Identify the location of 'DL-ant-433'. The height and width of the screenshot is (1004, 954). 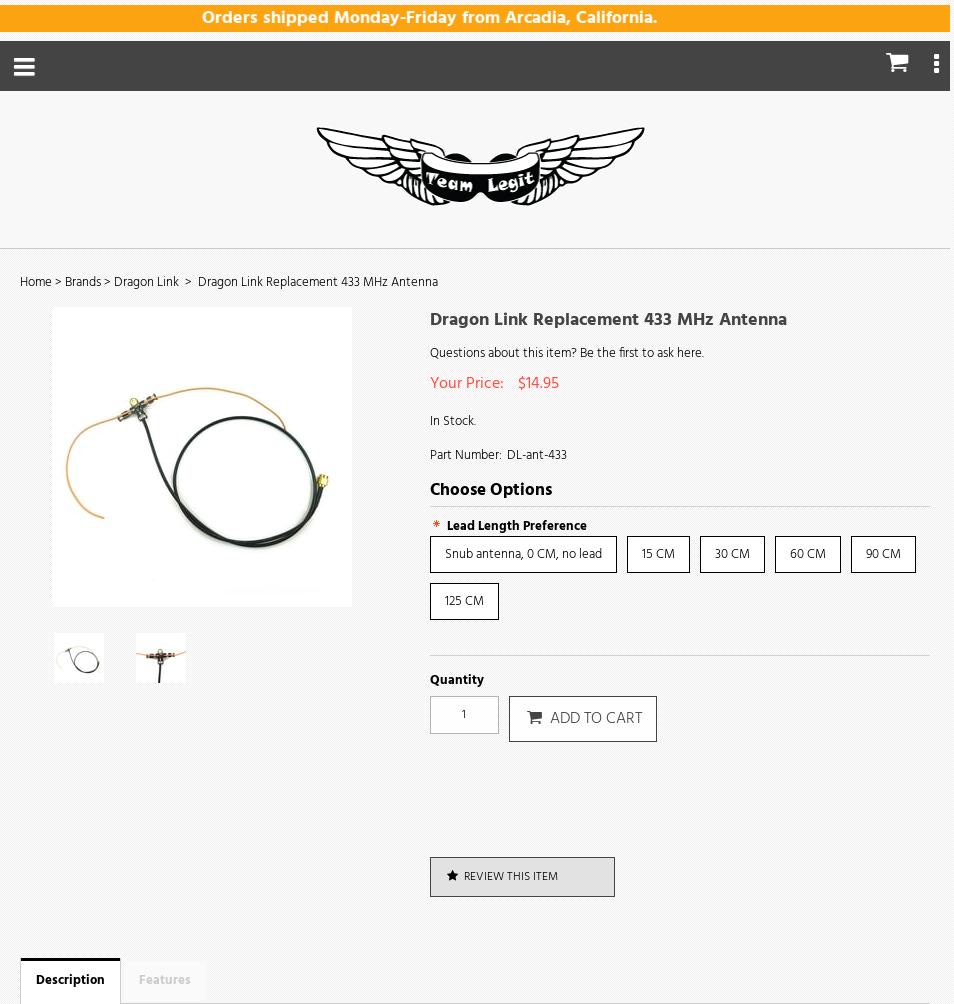
(534, 454).